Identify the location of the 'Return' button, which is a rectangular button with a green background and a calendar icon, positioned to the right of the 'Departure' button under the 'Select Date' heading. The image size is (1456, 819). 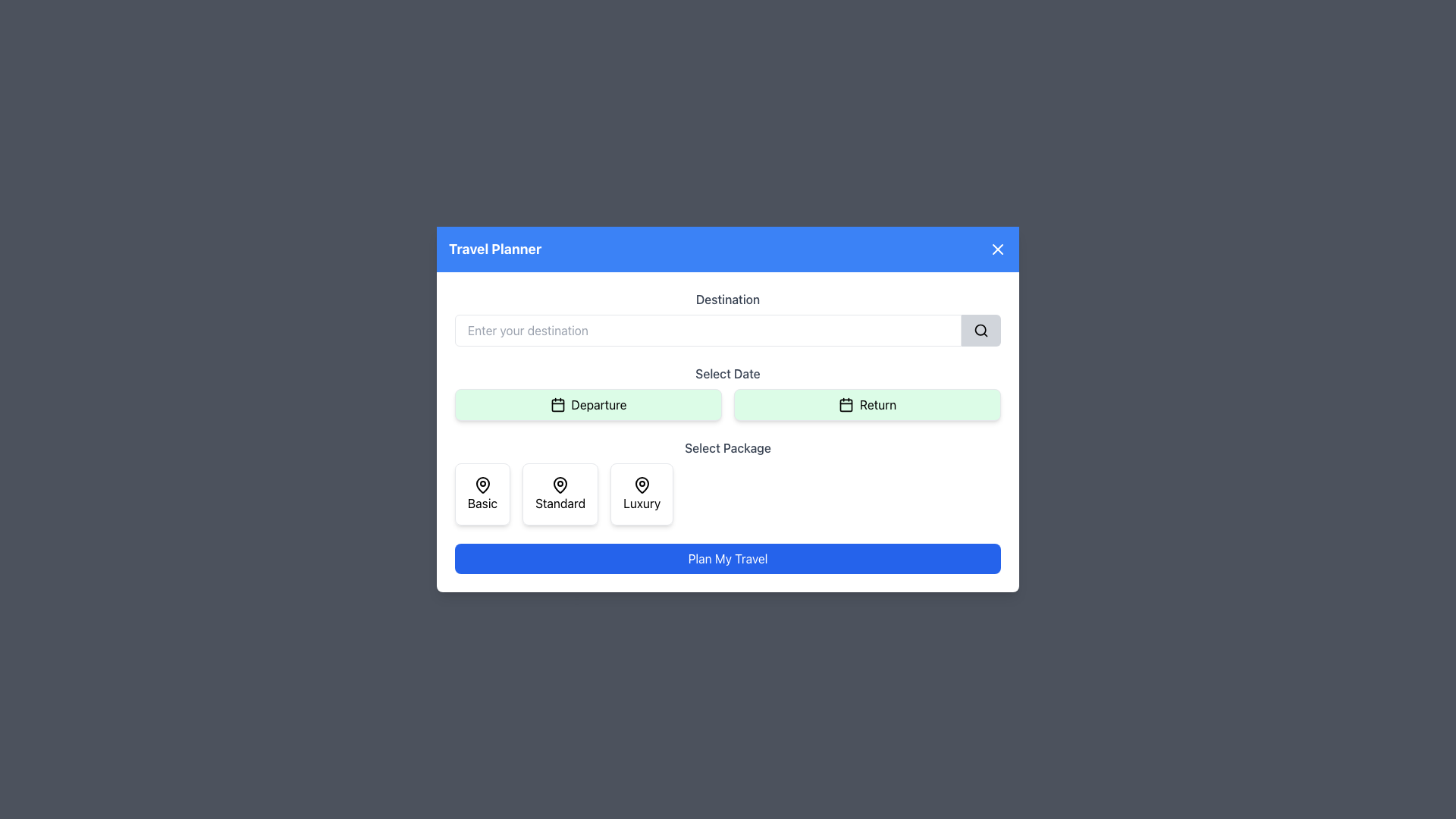
(867, 403).